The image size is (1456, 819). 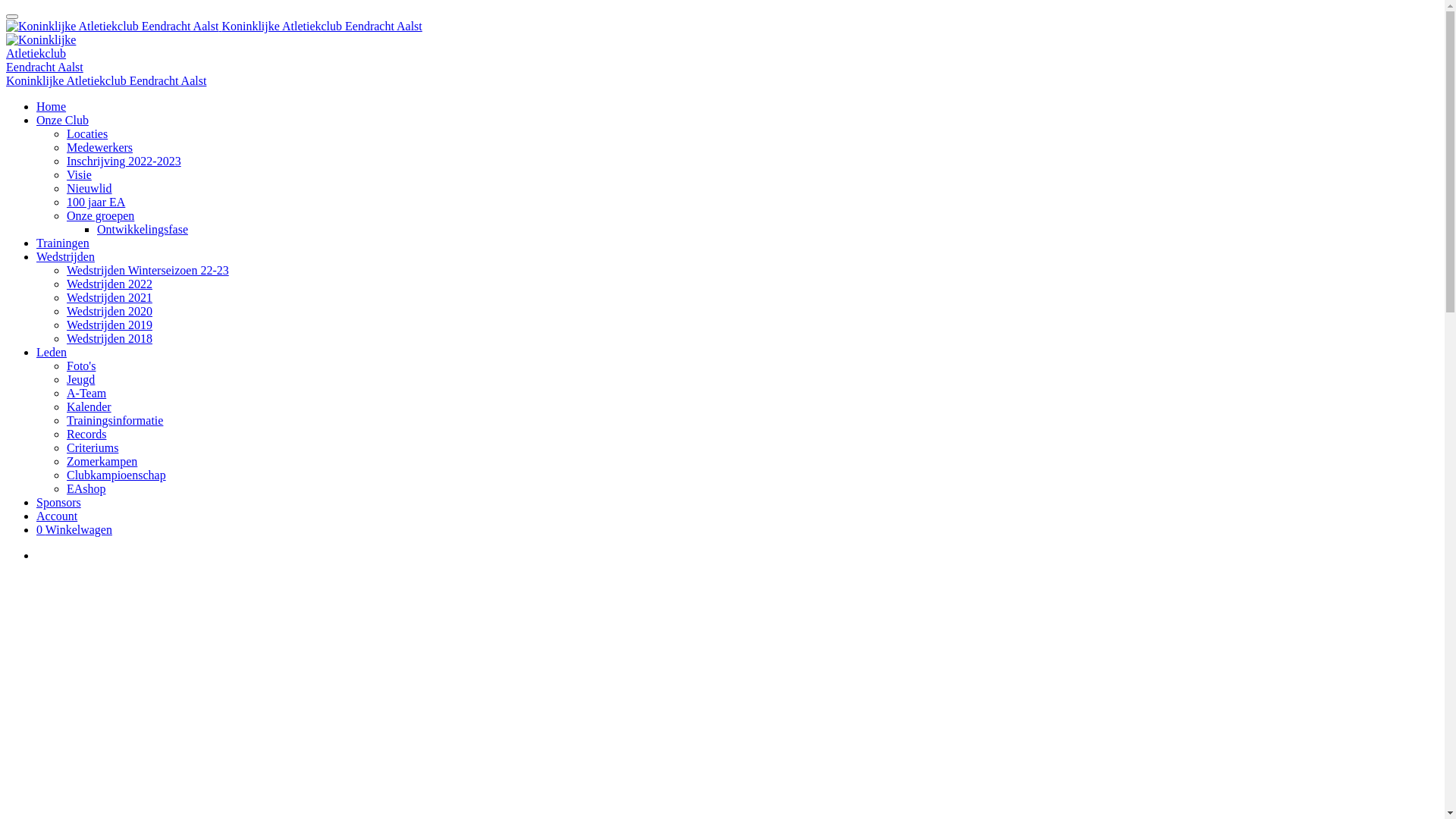 What do you see at coordinates (80, 378) in the screenshot?
I see `'Jeugd'` at bounding box center [80, 378].